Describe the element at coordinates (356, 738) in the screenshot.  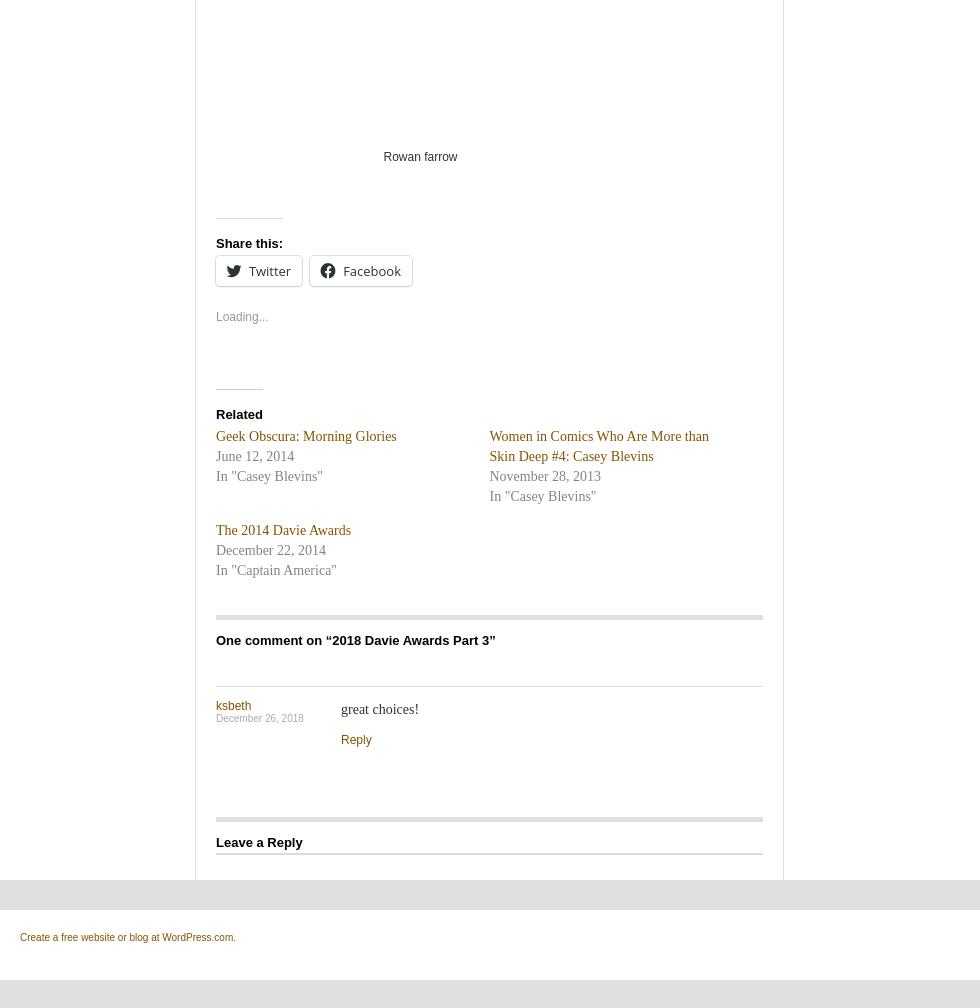
I see `'Reply'` at that location.